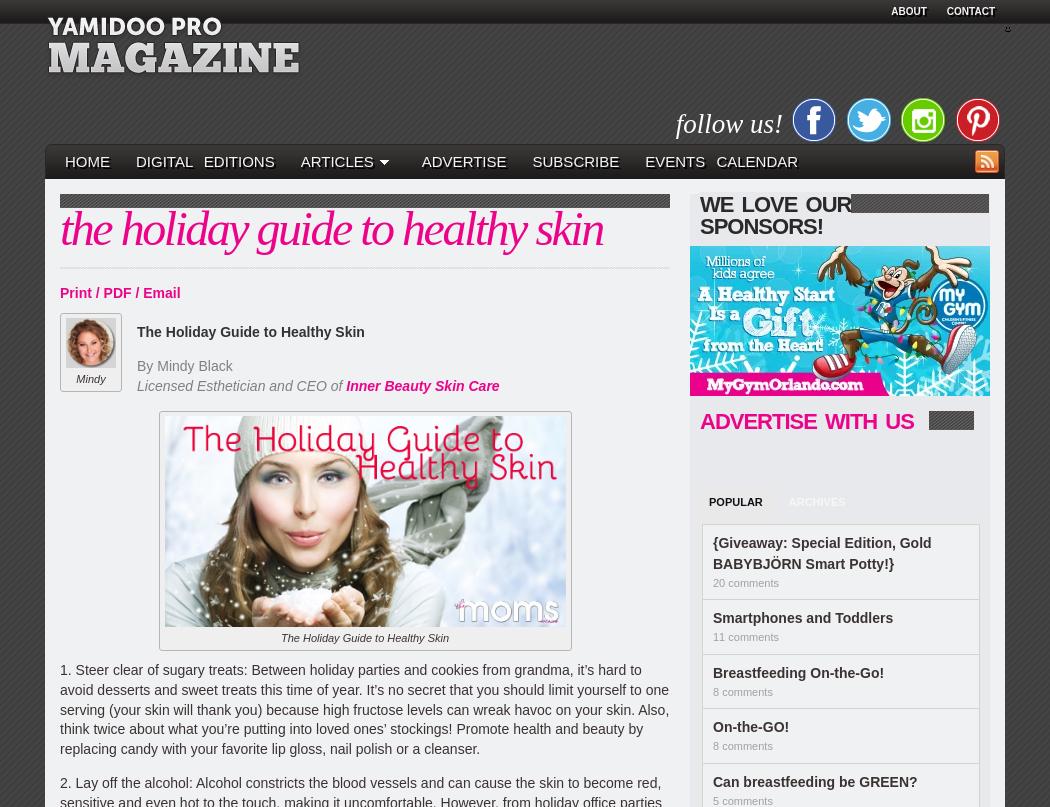 This screenshot has width=1050, height=807. I want to click on '1. Steer clear of sugary treats: Between holiday parties and cookies from grandma, it’s hard to avoid desserts and sweet treats this time of year. It’s no secret that you should limit yourself to one serving (your skin will thank you) because high fructose levels can wreak havoc on your skin. Also, think twice about what you’re putting into loved ones’ stockings! Promote health and beauty by replacing candy with your favorite lip gloss, nail polish or a cleanser.', so click(363, 709).